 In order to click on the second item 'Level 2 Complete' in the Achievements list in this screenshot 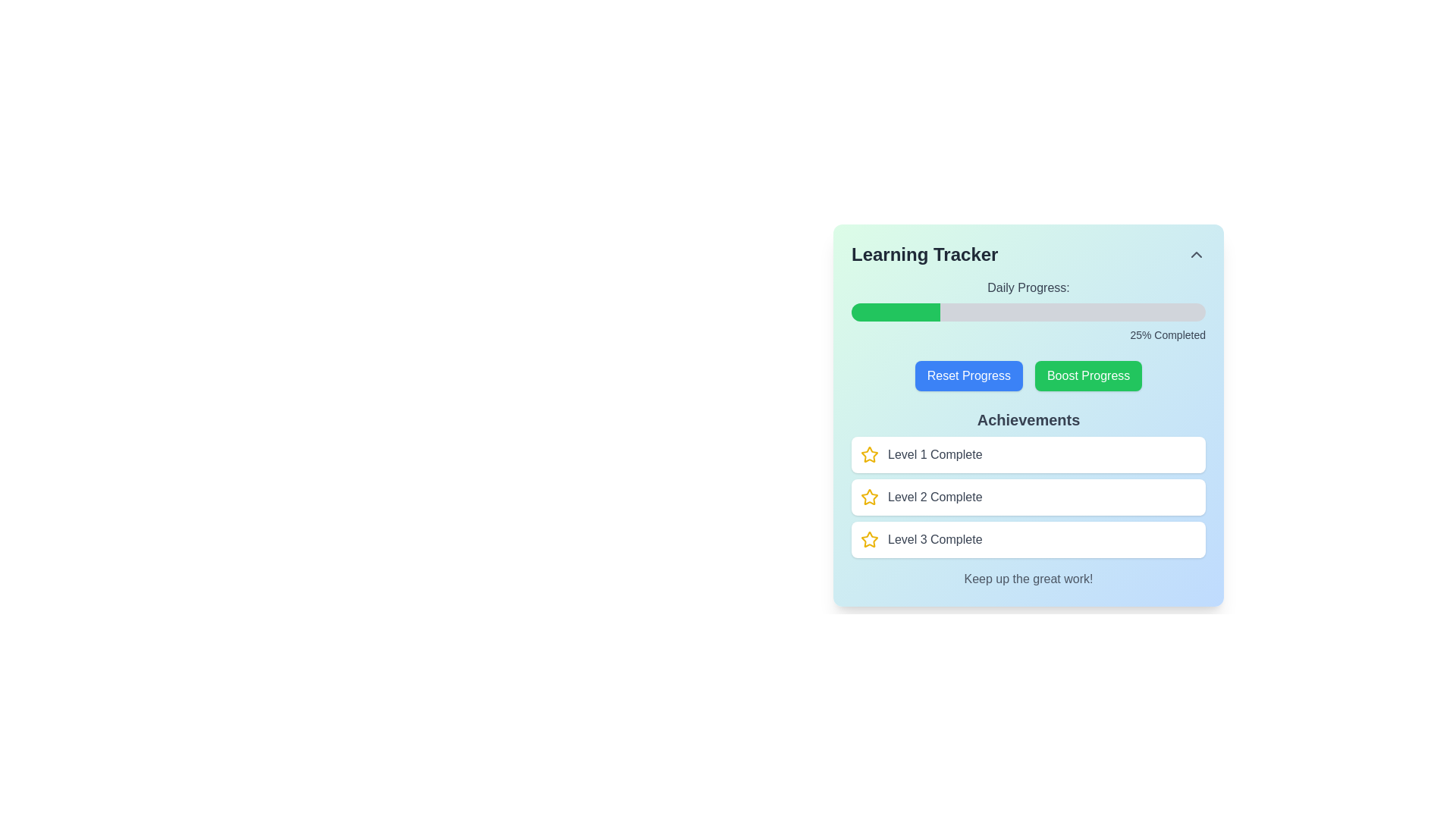, I will do `click(1028, 483)`.